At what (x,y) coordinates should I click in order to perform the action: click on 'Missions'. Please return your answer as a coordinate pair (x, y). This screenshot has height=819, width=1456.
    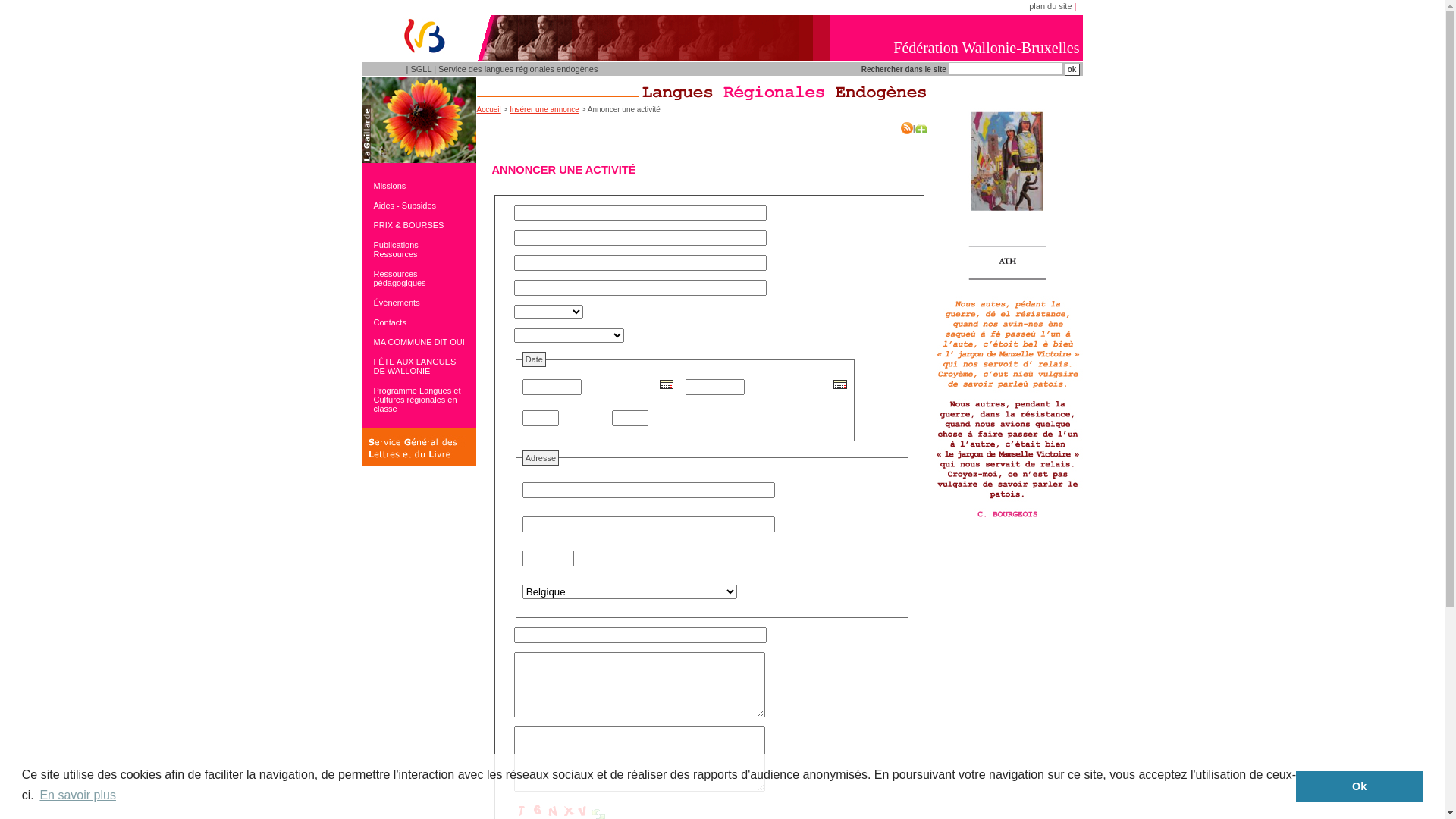
    Looking at the image, I should click on (416, 185).